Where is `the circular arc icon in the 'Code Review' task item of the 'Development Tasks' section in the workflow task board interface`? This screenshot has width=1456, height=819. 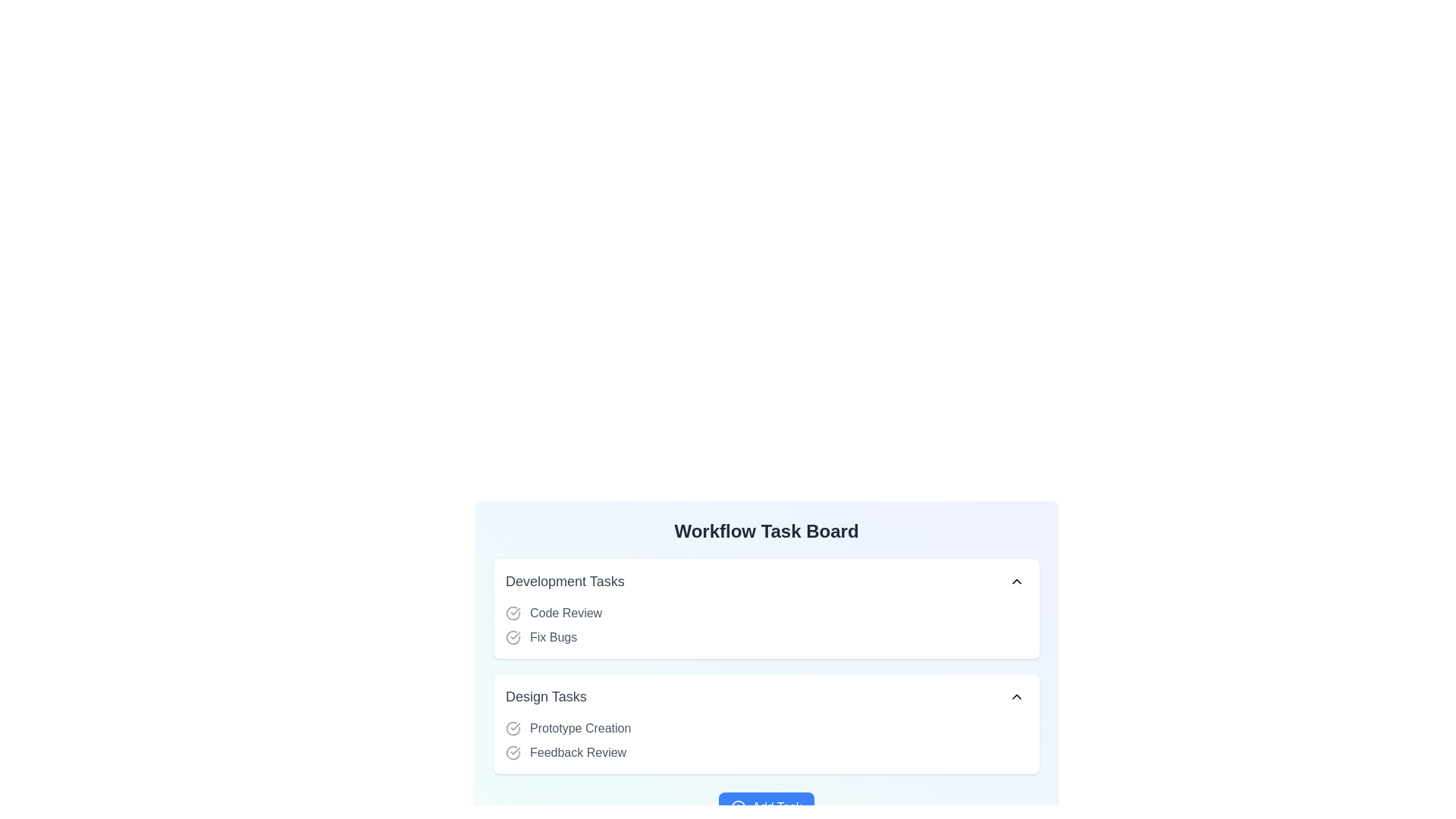
the circular arc icon in the 'Code Review' task item of the 'Development Tasks' section in the workflow task board interface is located at coordinates (513, 613).